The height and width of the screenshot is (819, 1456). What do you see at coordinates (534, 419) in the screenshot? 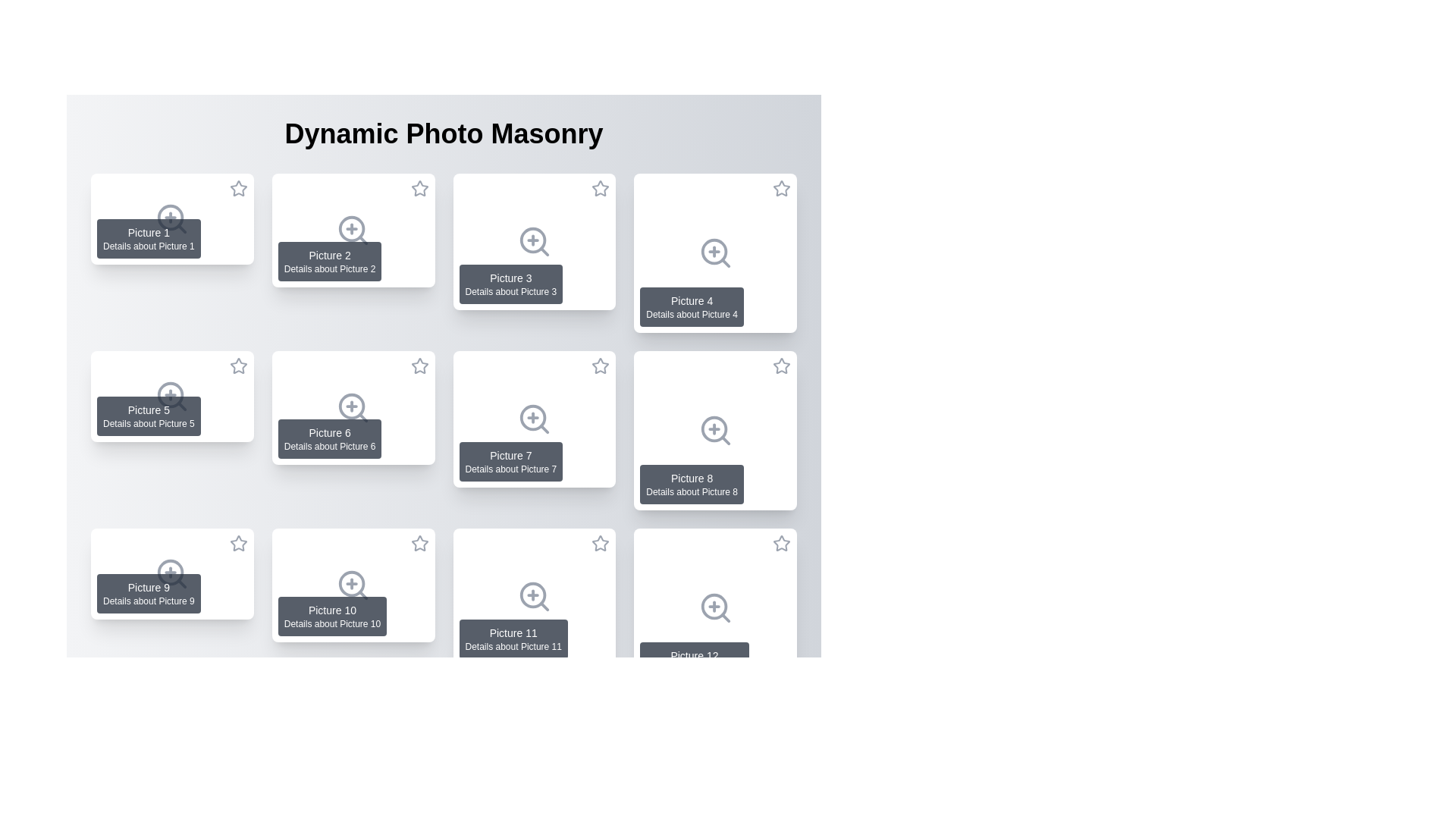
I see `the gray magnifying glass icon in the center of the interactive visual card labeled 'Picture 7'` at bounding box center [534, 419].